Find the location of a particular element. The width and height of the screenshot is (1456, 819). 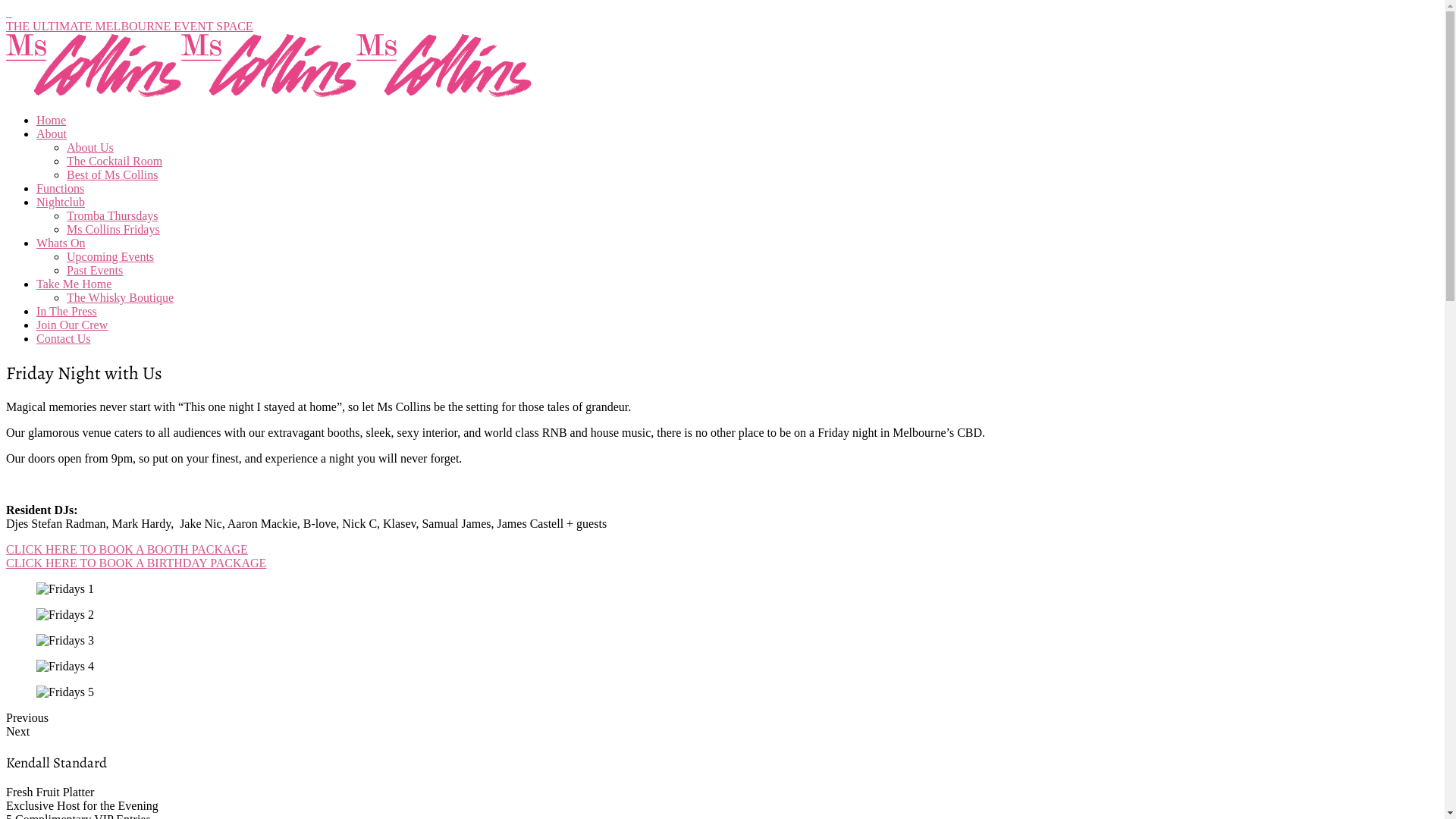

'CLICK HERE TO BOOK A BOOTH PACKAGE' is located at coordinates (127, 549).